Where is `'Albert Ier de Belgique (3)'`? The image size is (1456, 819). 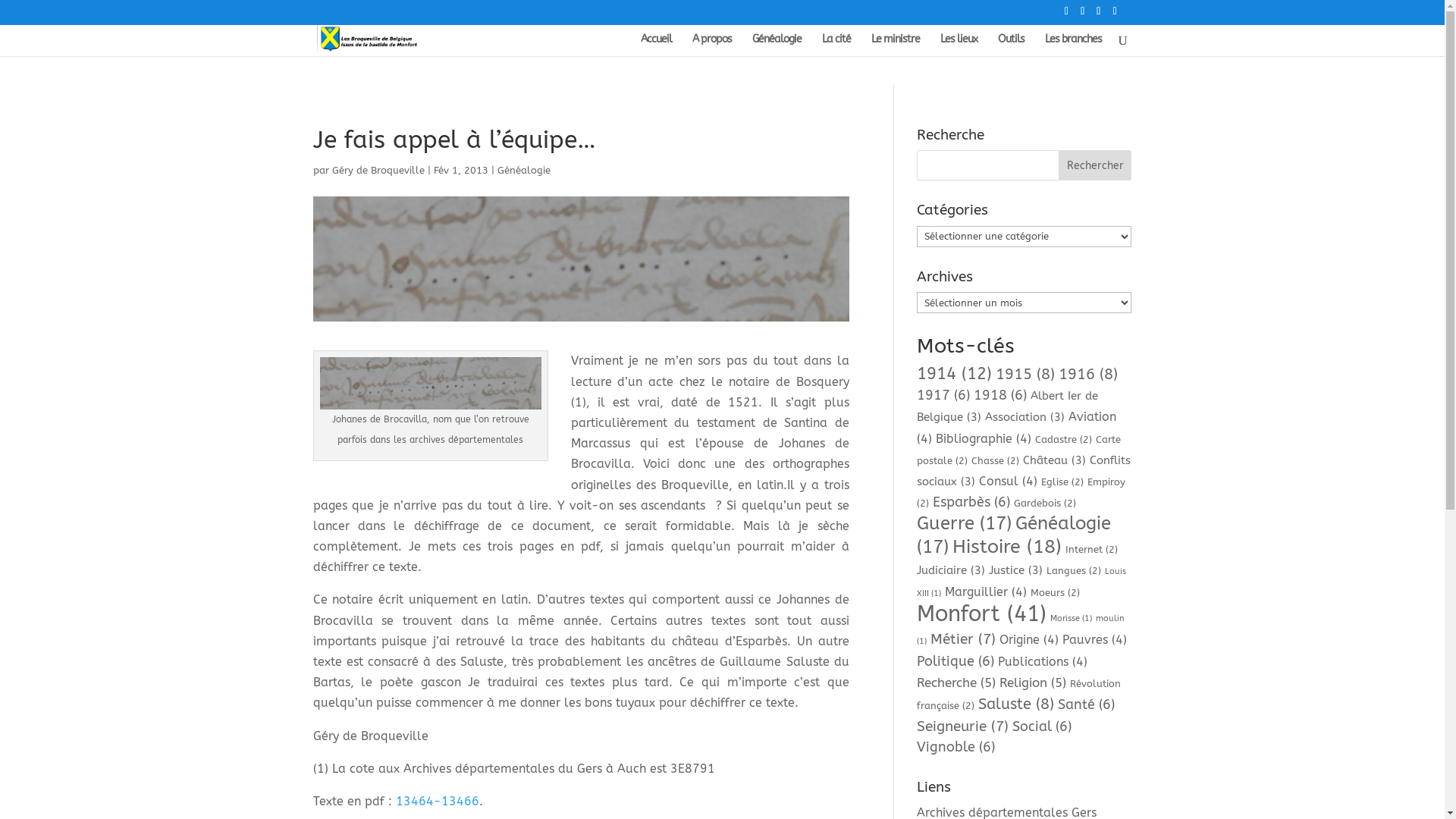 'Albert Ier de Belgique (3)' is located at coordinates (1007, 406).